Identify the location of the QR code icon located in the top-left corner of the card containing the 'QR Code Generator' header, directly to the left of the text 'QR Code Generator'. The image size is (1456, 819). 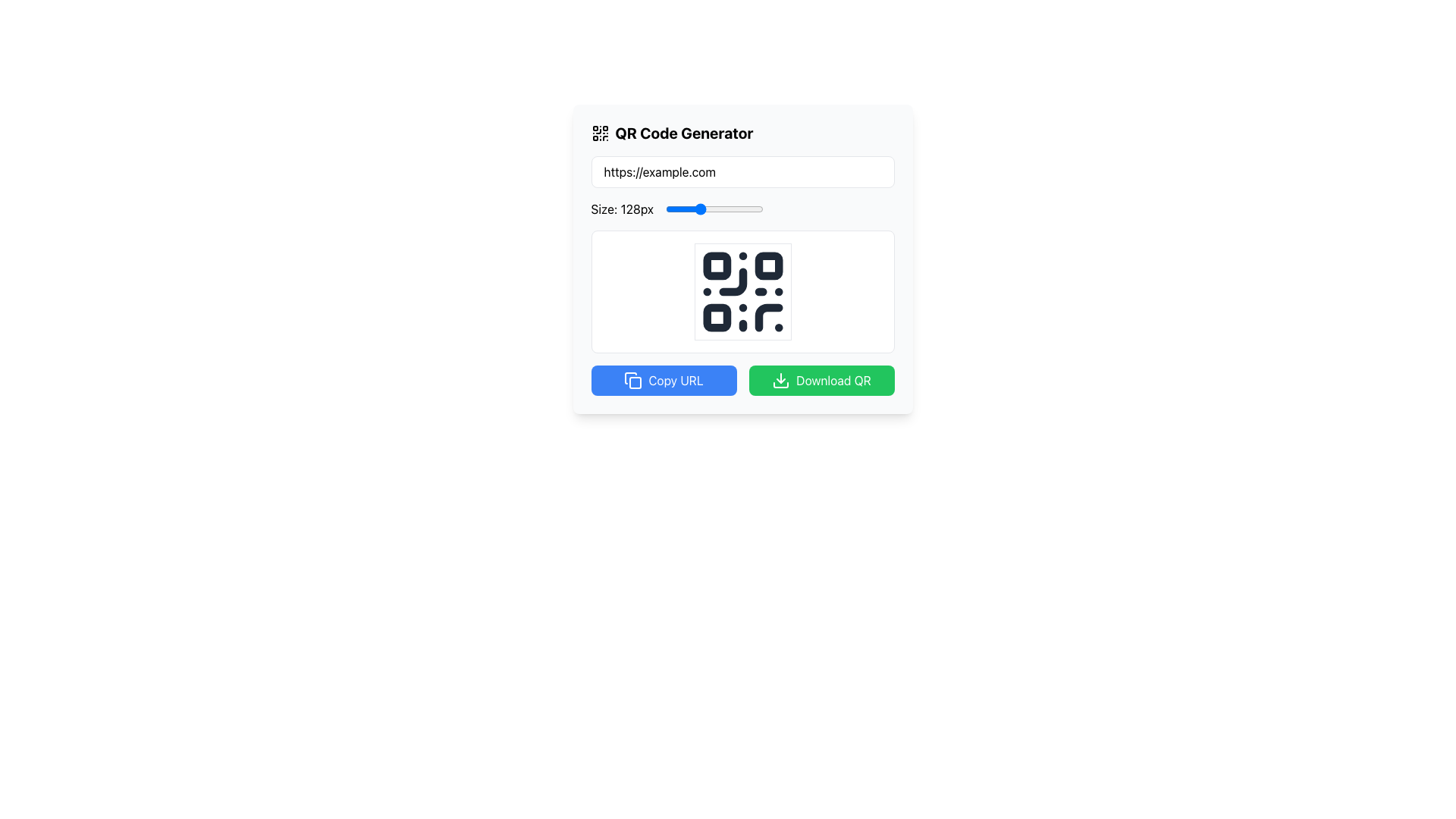
(599, 133).